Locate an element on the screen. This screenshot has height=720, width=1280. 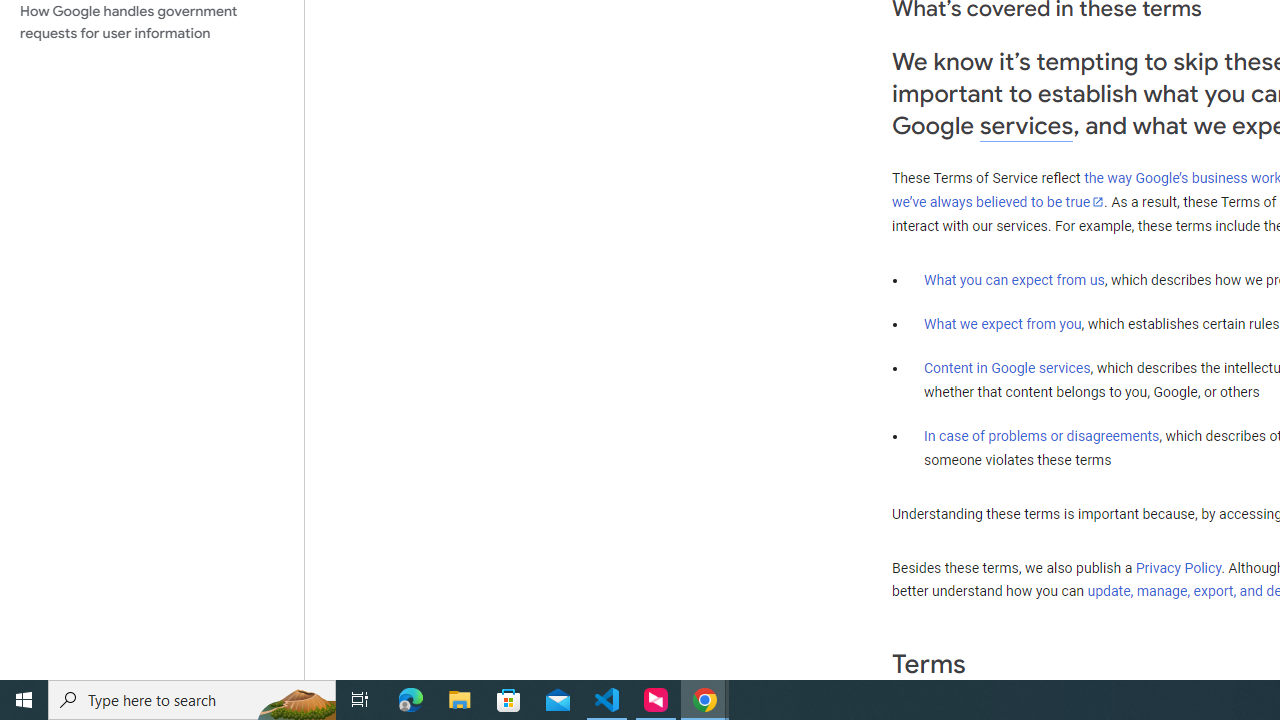
'Privacy Policy' is located at coordinates (1178, 567).